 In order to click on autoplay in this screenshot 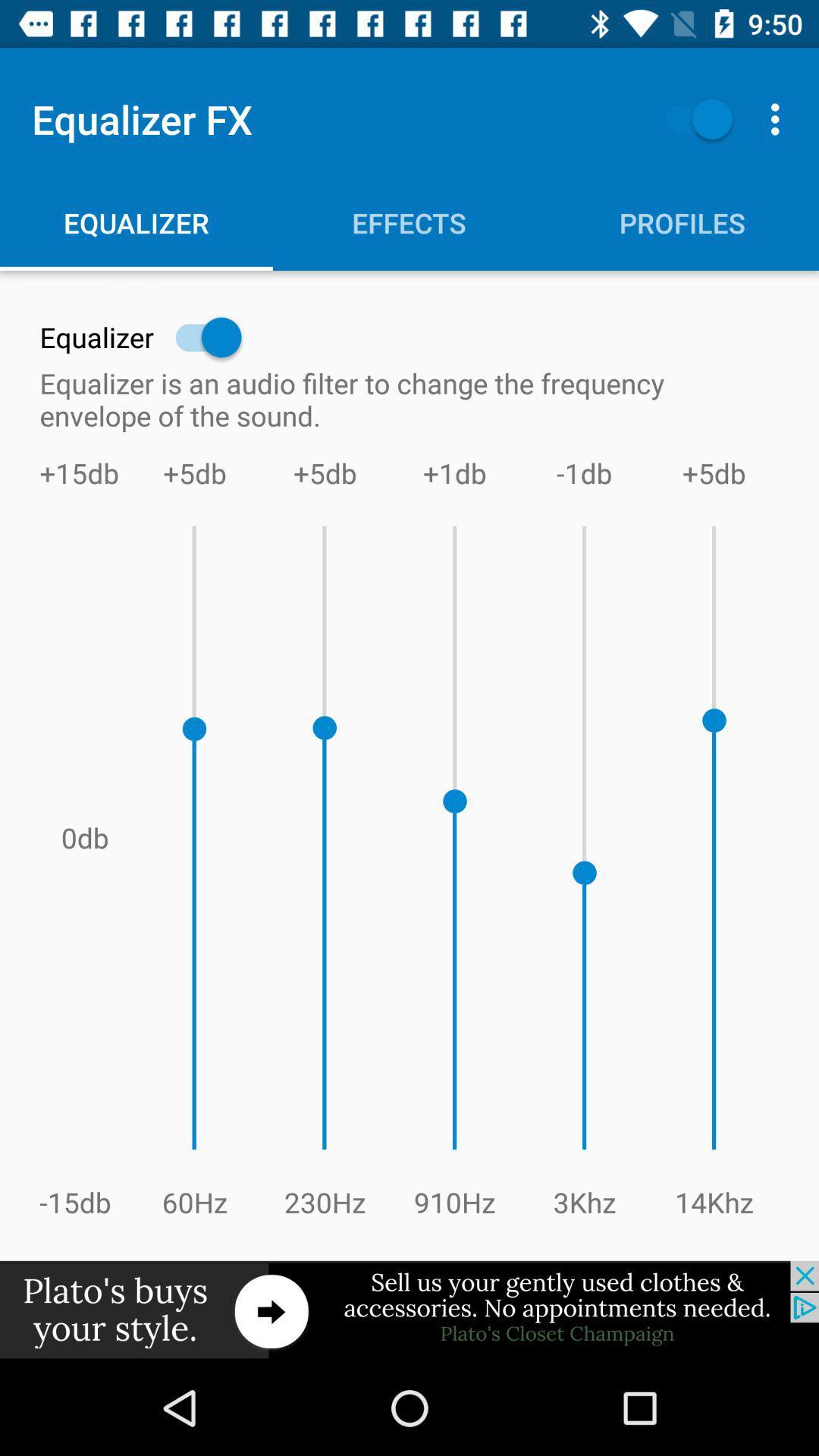, I will do `click(692, 118)`.